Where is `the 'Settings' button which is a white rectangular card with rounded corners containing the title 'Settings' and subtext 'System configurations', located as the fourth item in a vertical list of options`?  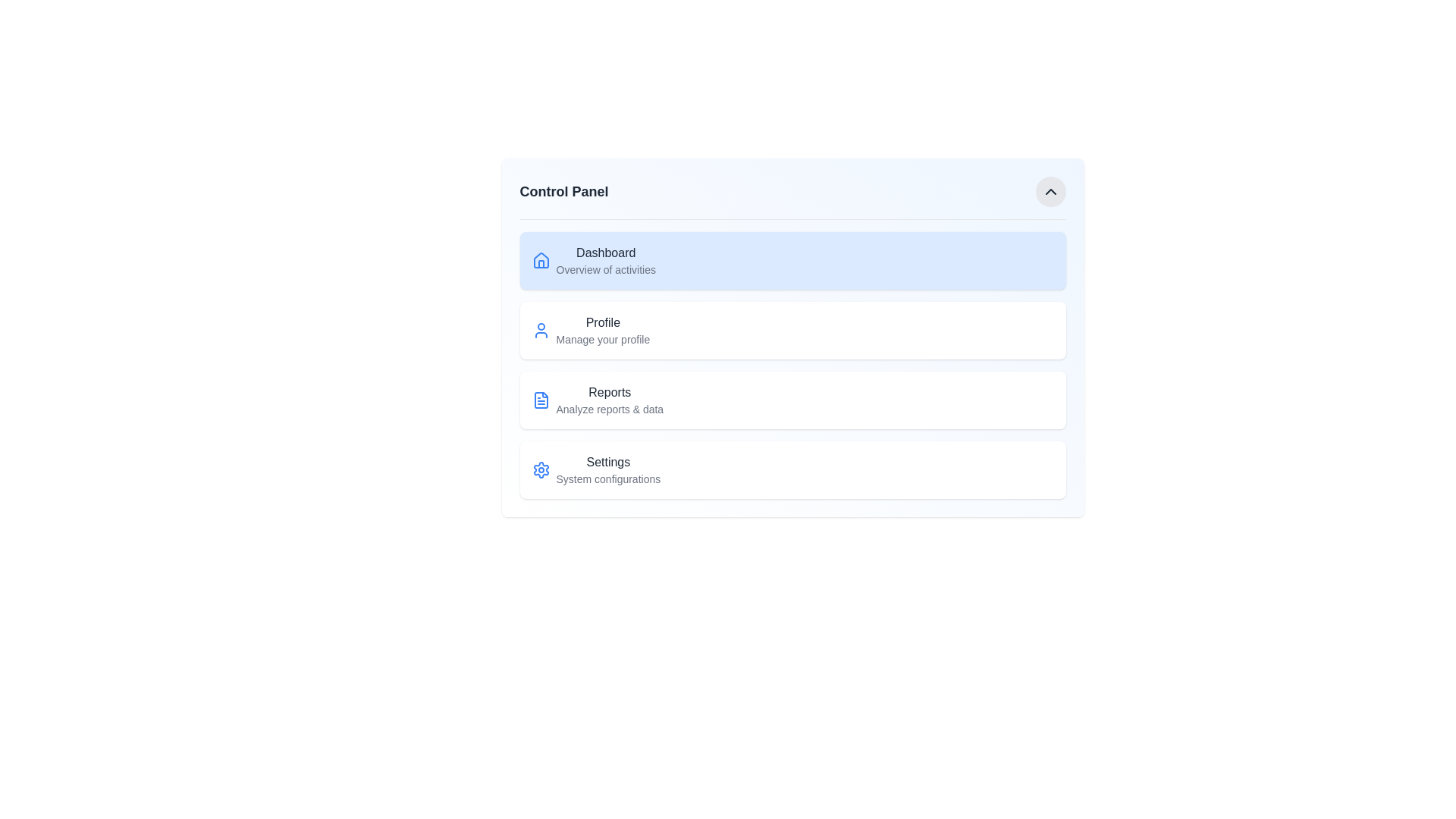
the 'Settings' button which is a white rectangular card with rounded corners containing the title 'Settings' and subtext 'System configurations', located as the fourth item in a vertical list of options is located at coordinates (792, 469).